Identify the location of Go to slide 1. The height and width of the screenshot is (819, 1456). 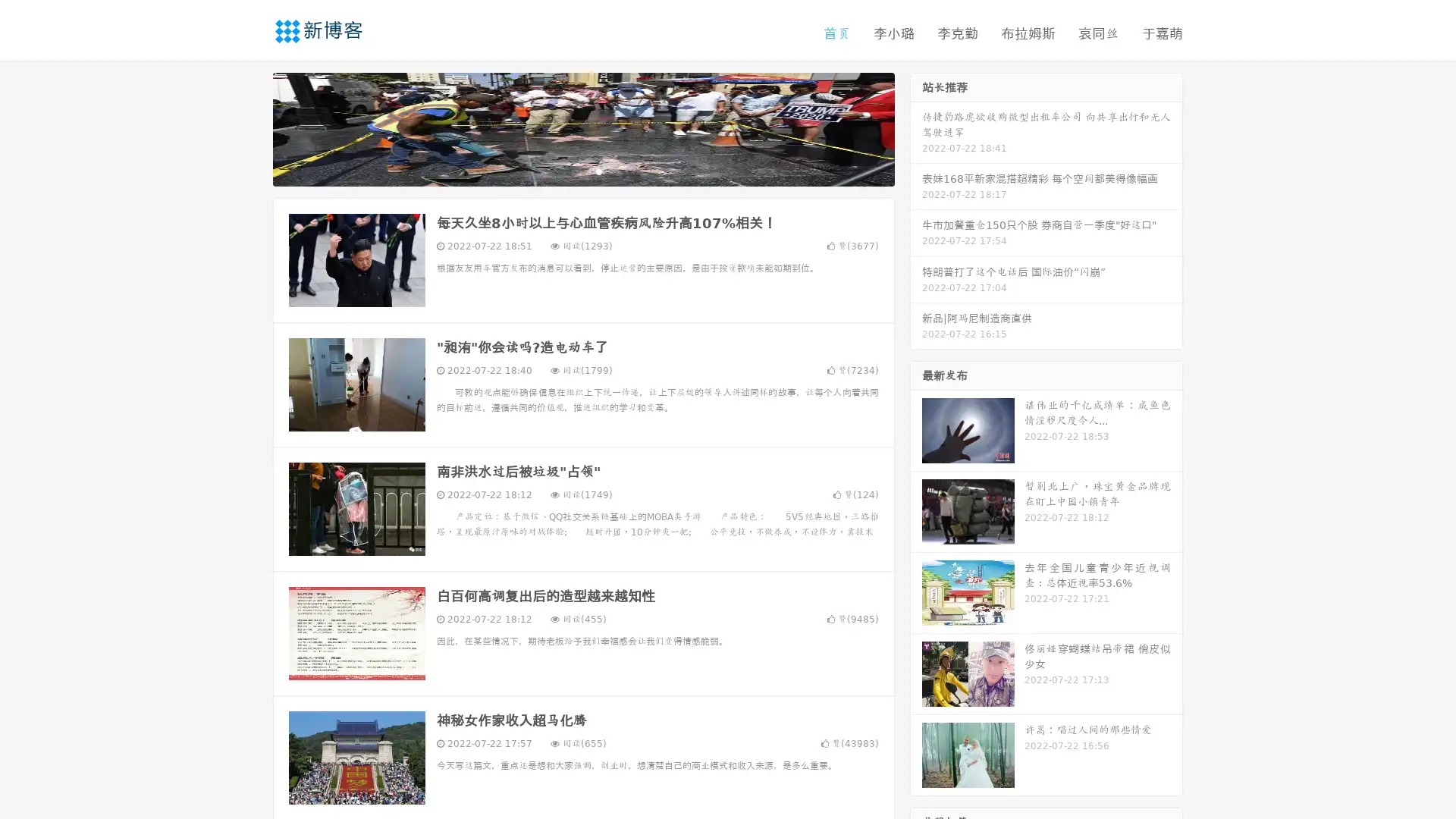
(567, 171).